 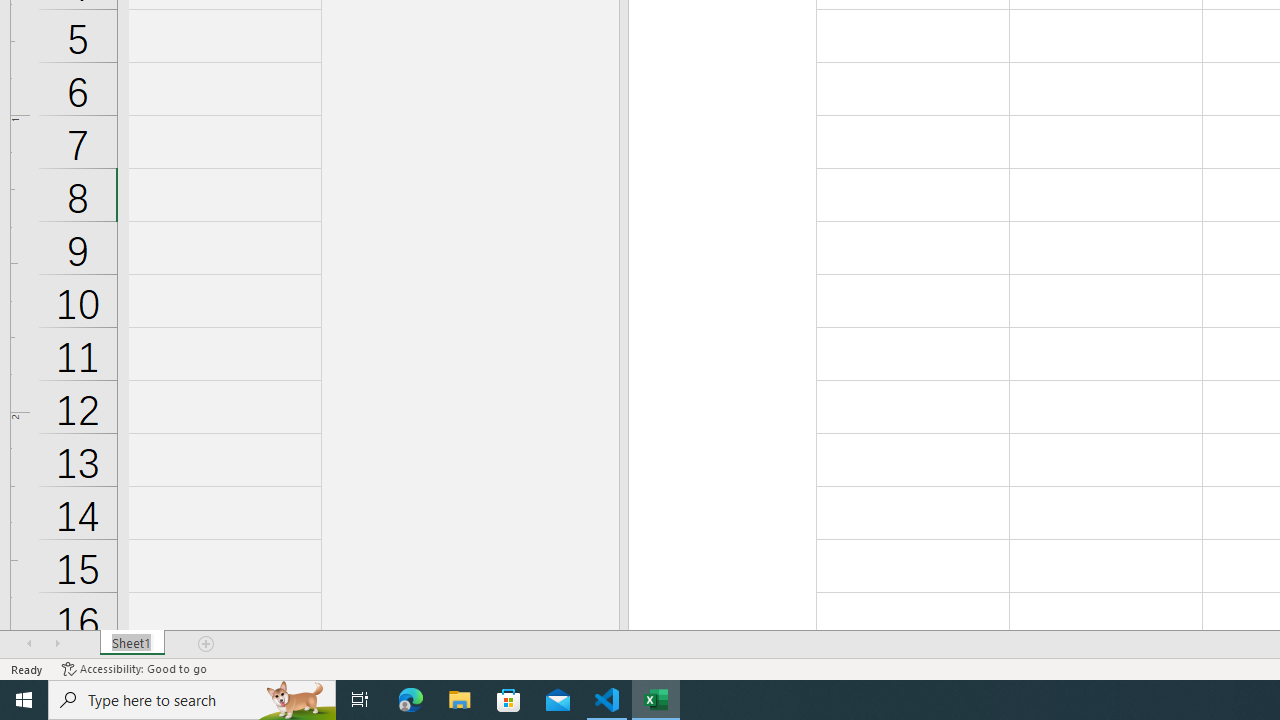 What do you see at coordinates (57, 644) in the screenshot?
I see `'Scroll Right'` at bounding box center [57, 644].